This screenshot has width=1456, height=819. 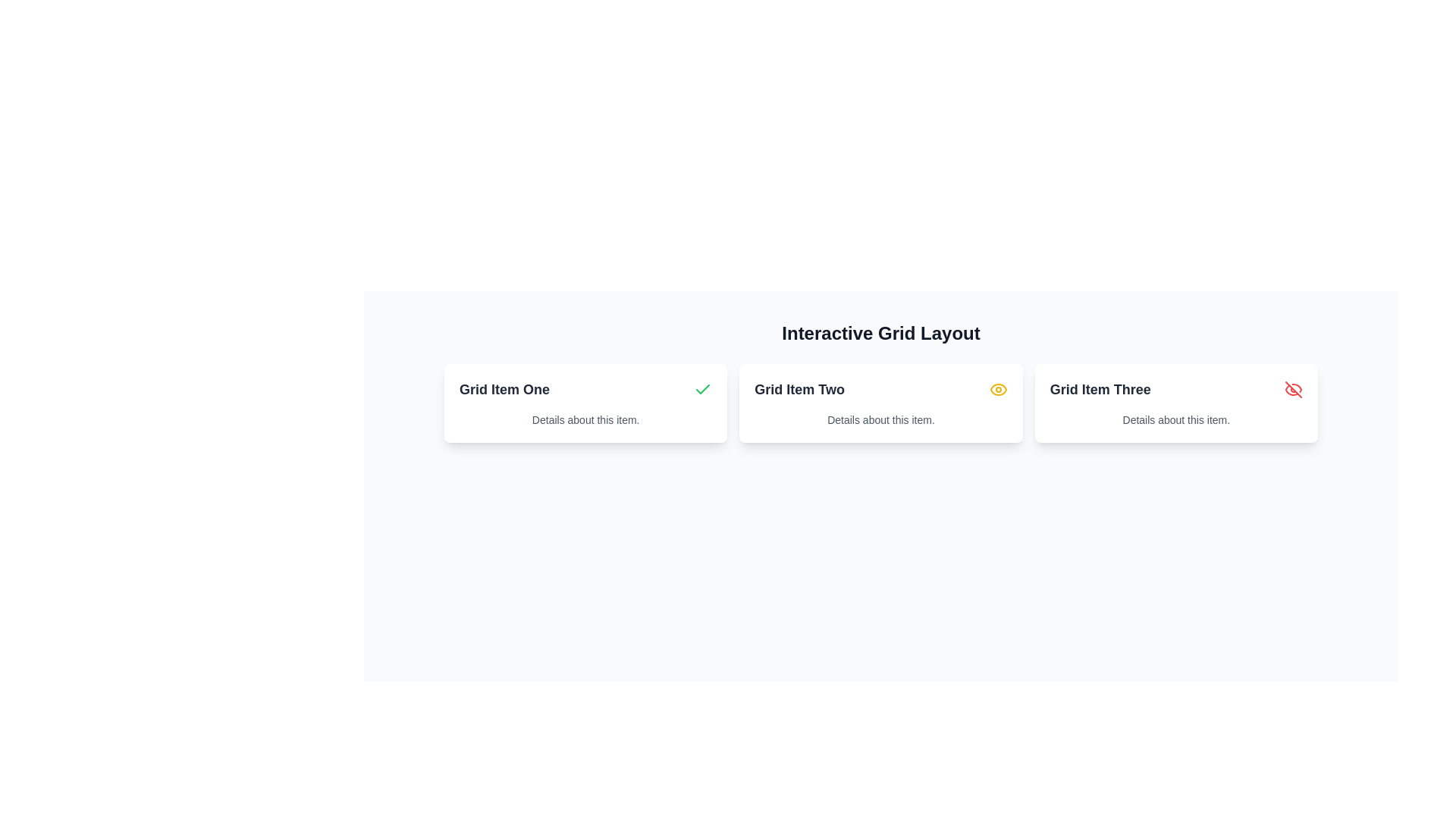 I want to click on the static text displaying 'Details about this item.' which is located beneath the title 'Grid Item Three' and to the left of a red 'eye' icon, so click(x=1175, y=420).